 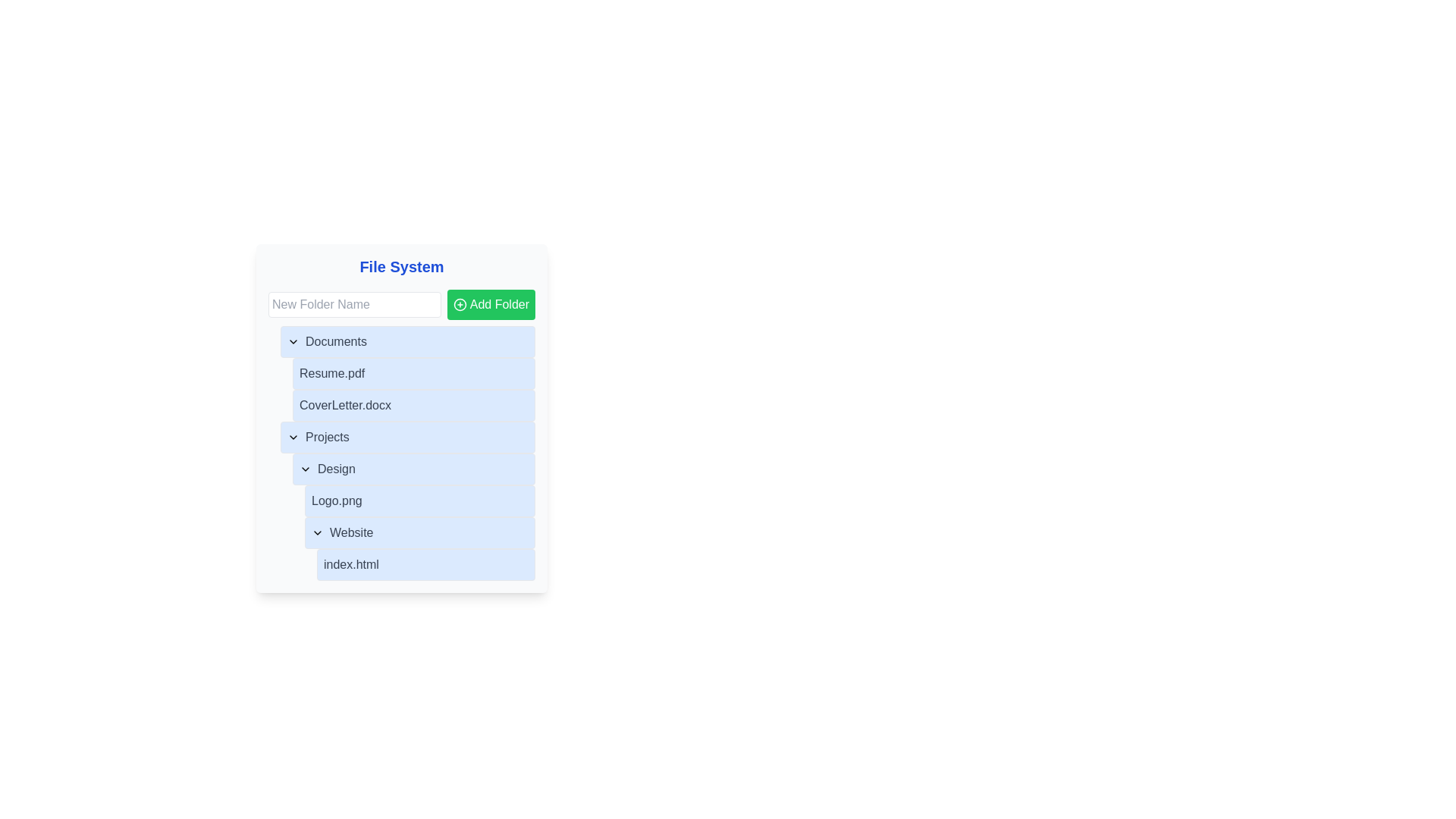 What do you see at coordinates (350, 564) in the screenshot?
I see `on the text label 'index.html' located at the bottom of the 'Website' folder` at bounding box center [350, 564].